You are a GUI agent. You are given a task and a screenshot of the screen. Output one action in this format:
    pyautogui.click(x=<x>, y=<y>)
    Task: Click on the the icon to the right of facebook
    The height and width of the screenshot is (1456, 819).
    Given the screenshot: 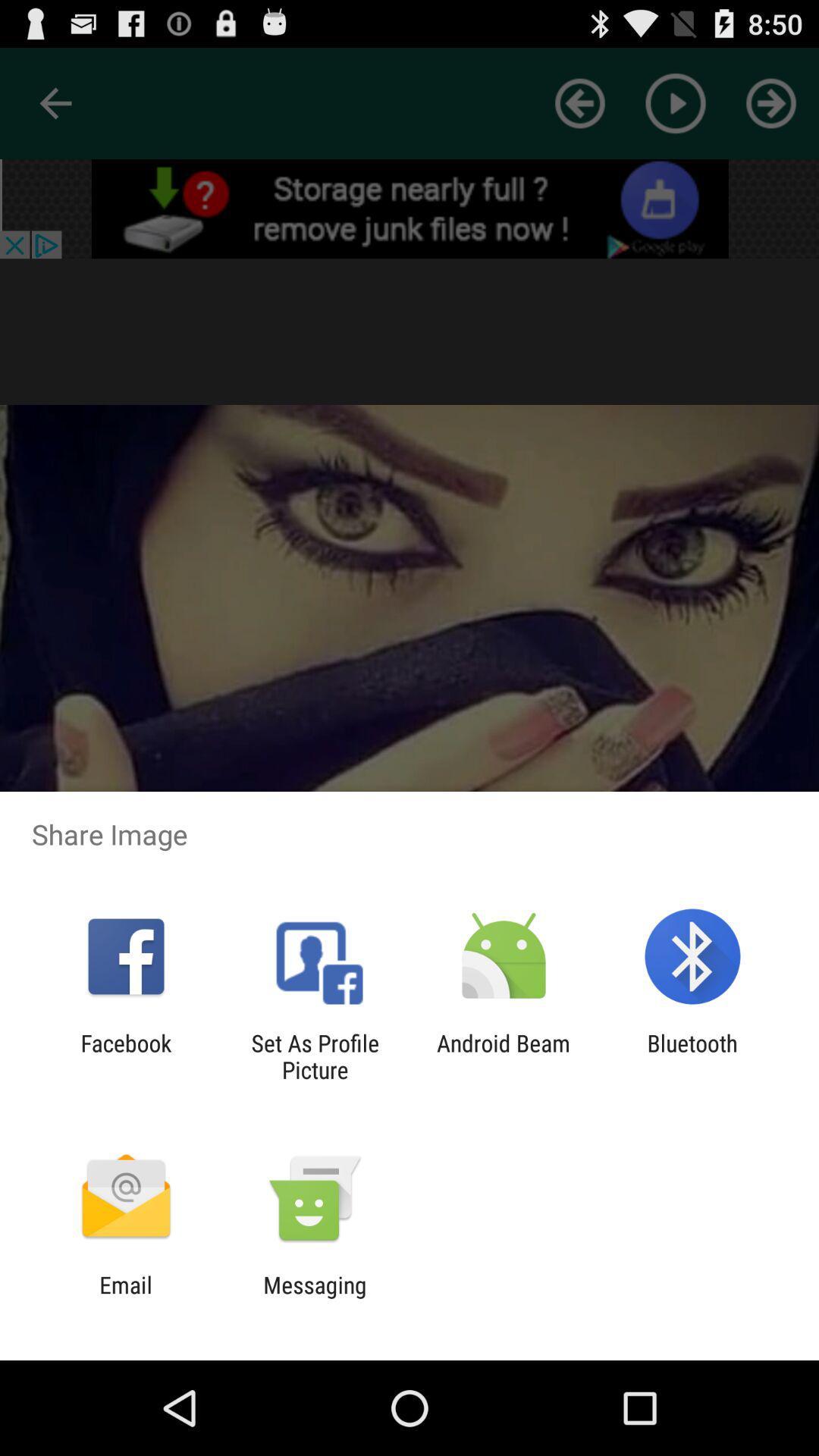 What is the action you would take?
    pyautogui.click(x=314, y=1056)
    